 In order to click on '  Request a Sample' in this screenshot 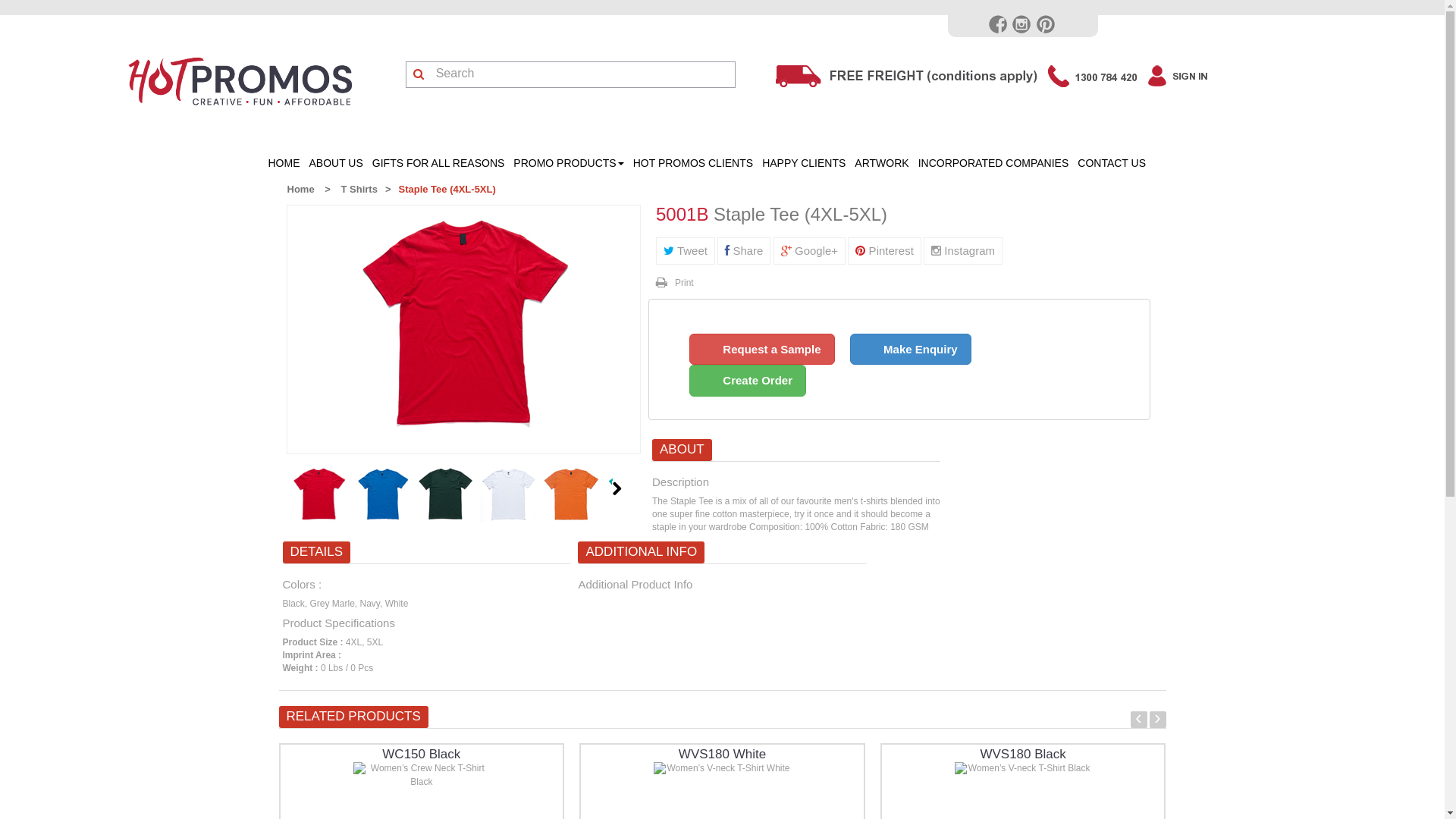, I will do `click(761, 350)`.